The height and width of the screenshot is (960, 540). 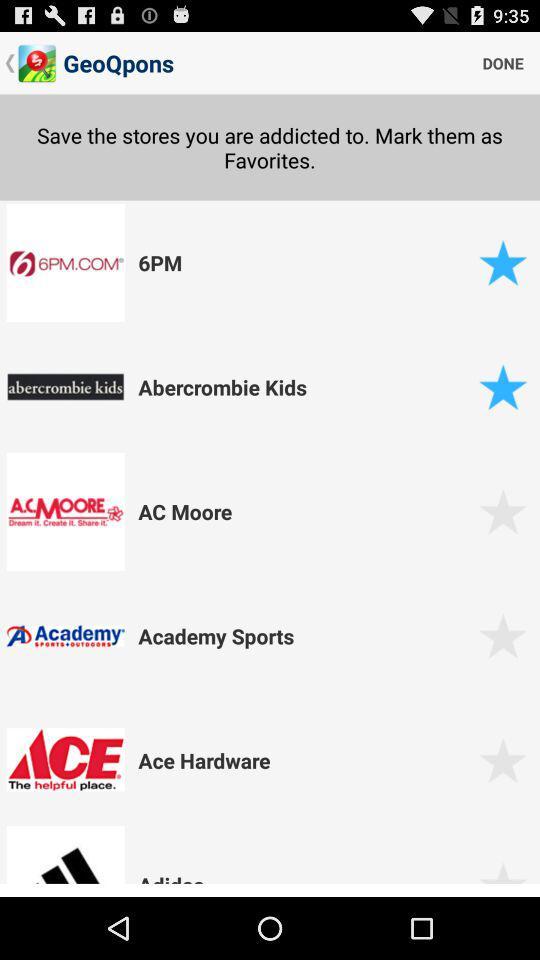 I want to click on the 6pm icon, so click(x=305, y=261).